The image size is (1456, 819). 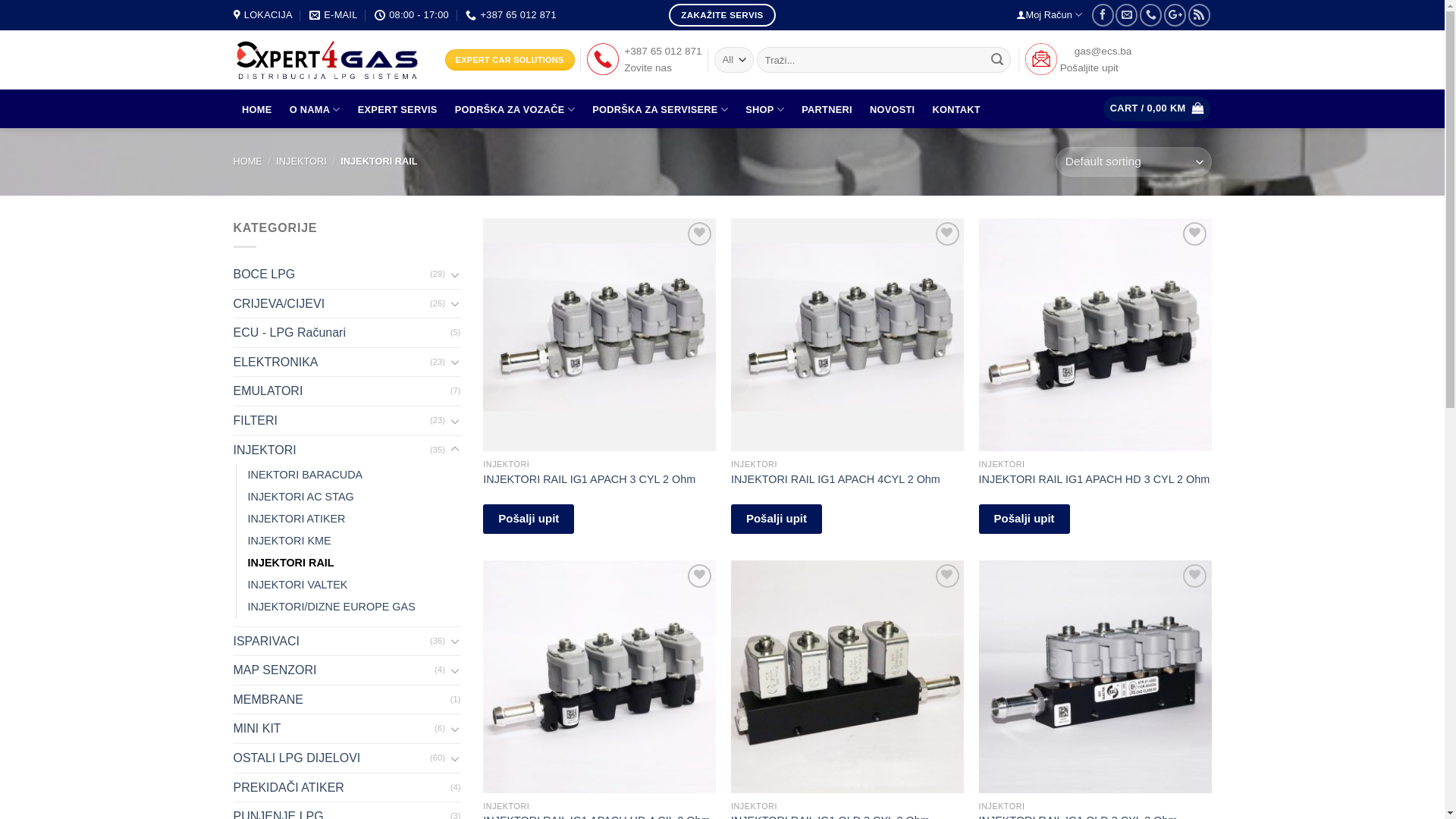 What do you see at coordinates (247, 161) in the screenshot?
I see `'HOME'` at bounding box center [247, 161].